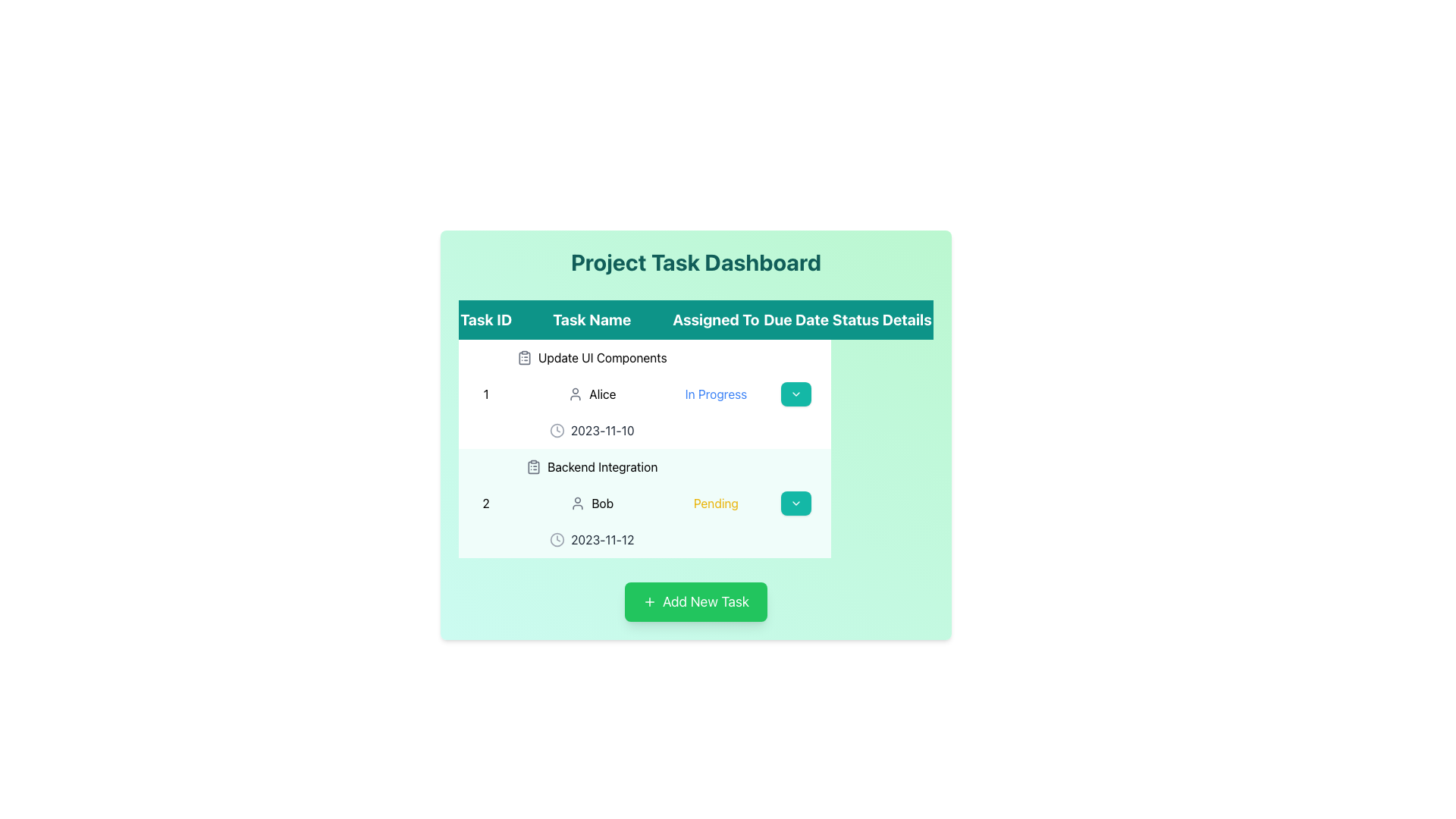 This screenshot has height=819, width=1456. What do you see at coordinates (601, 539) in the screenshot?
I see `the text label displaying the due date for the task 'Backend Integration'` at bounding box center [601, 539].